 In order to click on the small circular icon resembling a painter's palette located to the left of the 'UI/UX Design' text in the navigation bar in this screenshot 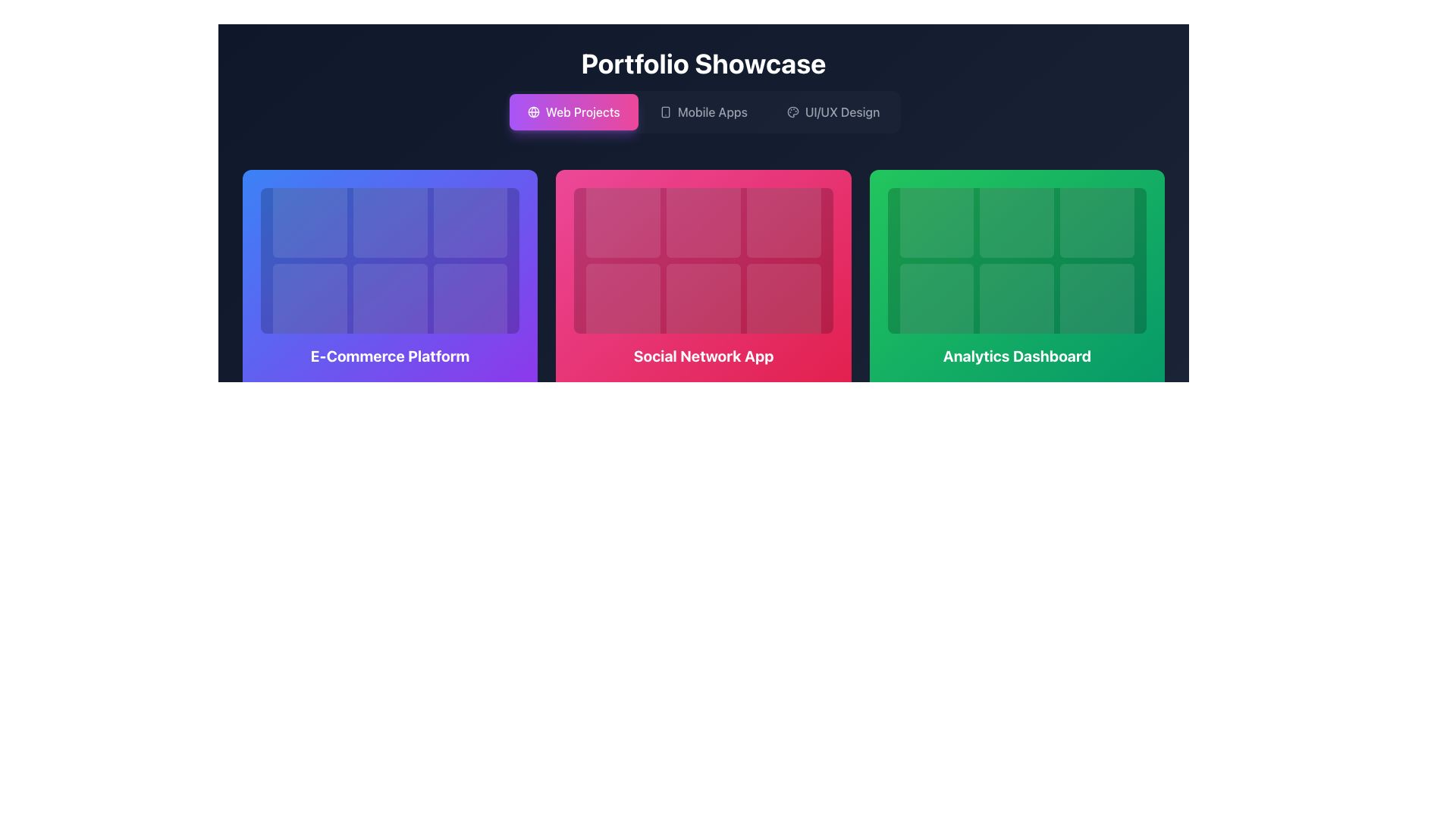, I will do `click(792, 111)`.